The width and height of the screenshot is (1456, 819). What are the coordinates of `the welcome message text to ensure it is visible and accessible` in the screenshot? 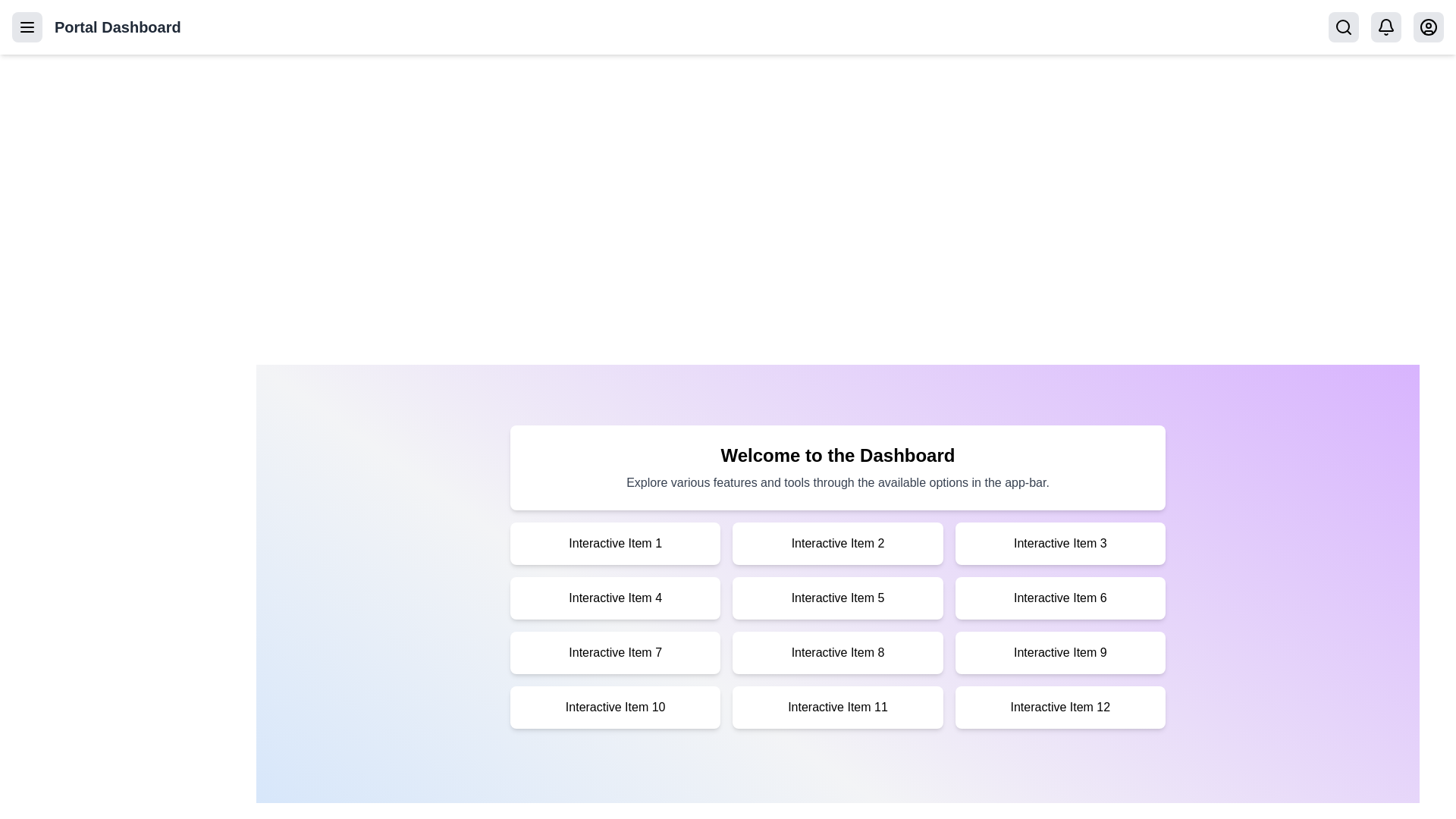 It's located at (836, 467).